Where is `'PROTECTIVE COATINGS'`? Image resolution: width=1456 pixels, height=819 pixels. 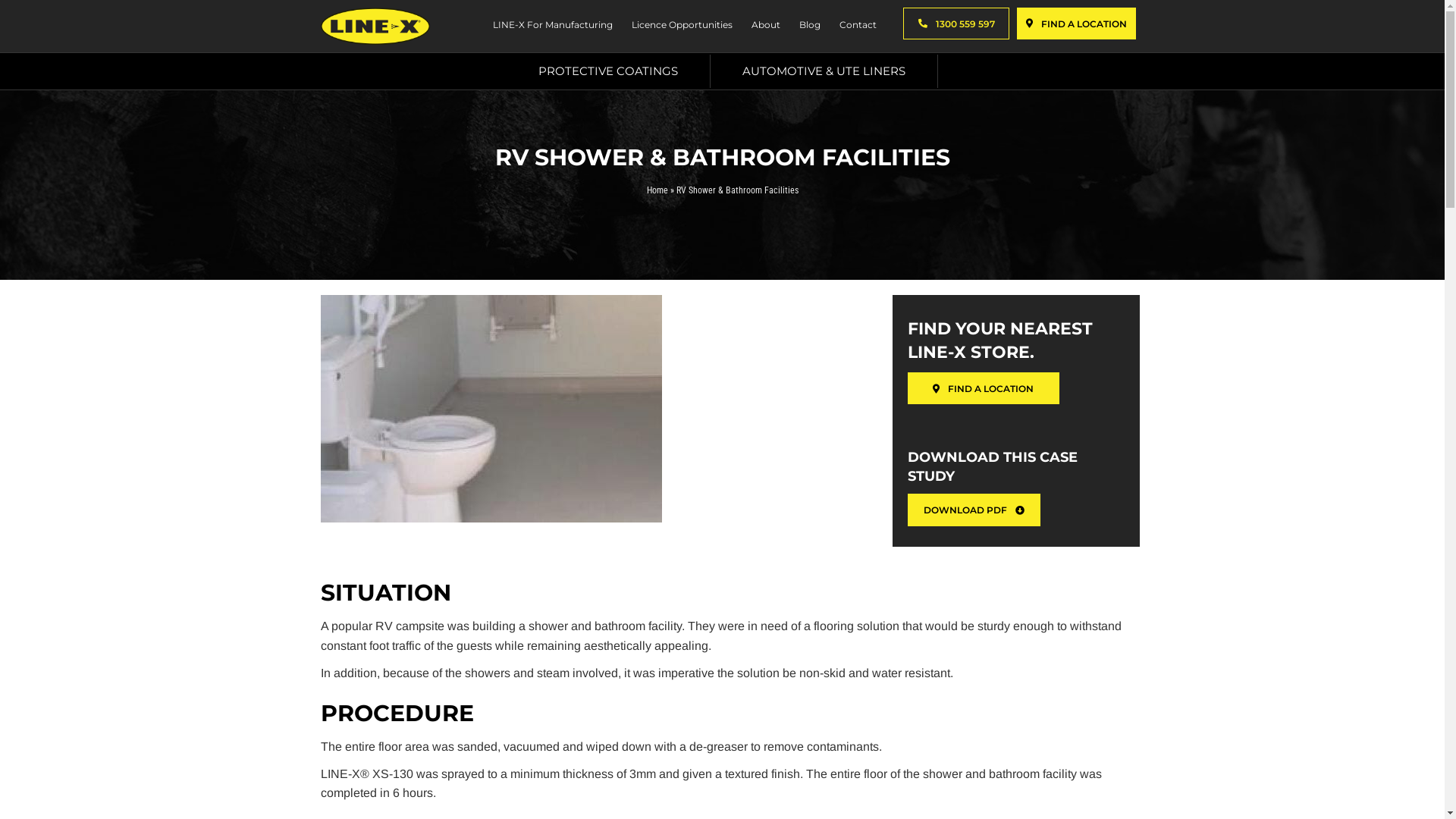 'PROTECTIVE COATINGS' is located at coordinates (506, 71).